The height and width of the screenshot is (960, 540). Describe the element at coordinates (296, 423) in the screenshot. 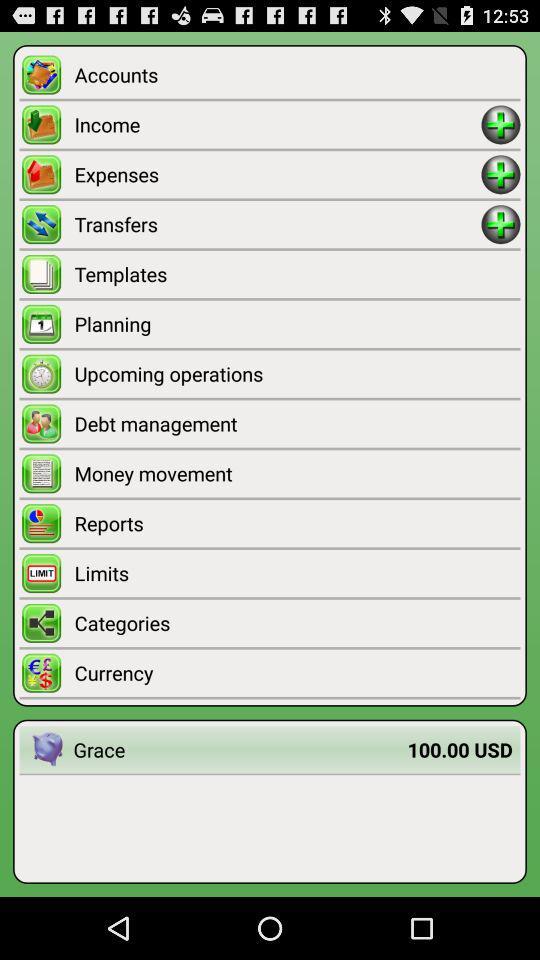

I see `debt management` at that location.